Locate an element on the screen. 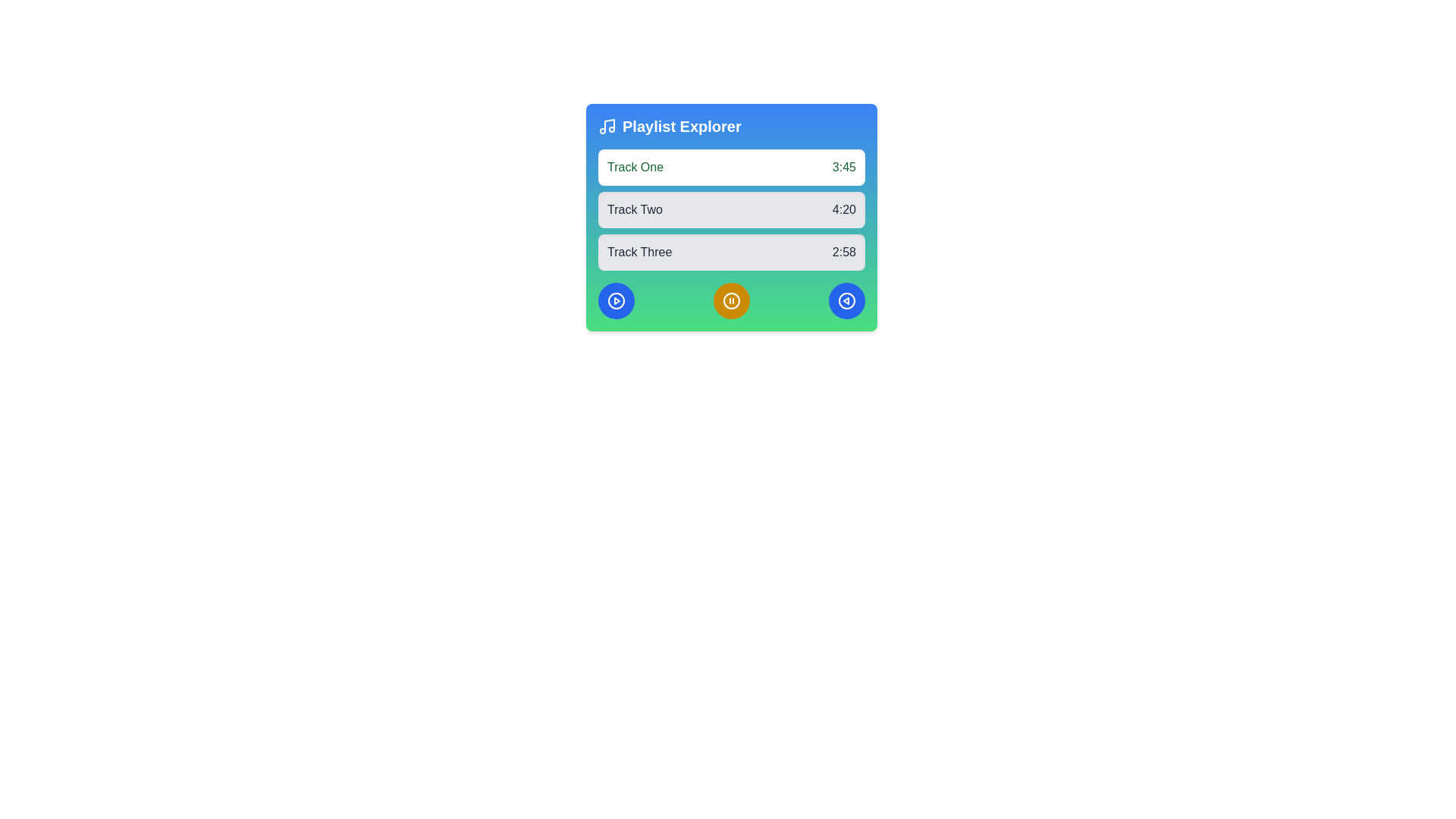 The width and height of the screenshot is (1456, 819). track information displayed in the vertical list of tracks with their respective durations, which is centrally located below the title 'Playlist Explorer' is located at coordinates (731, 210).